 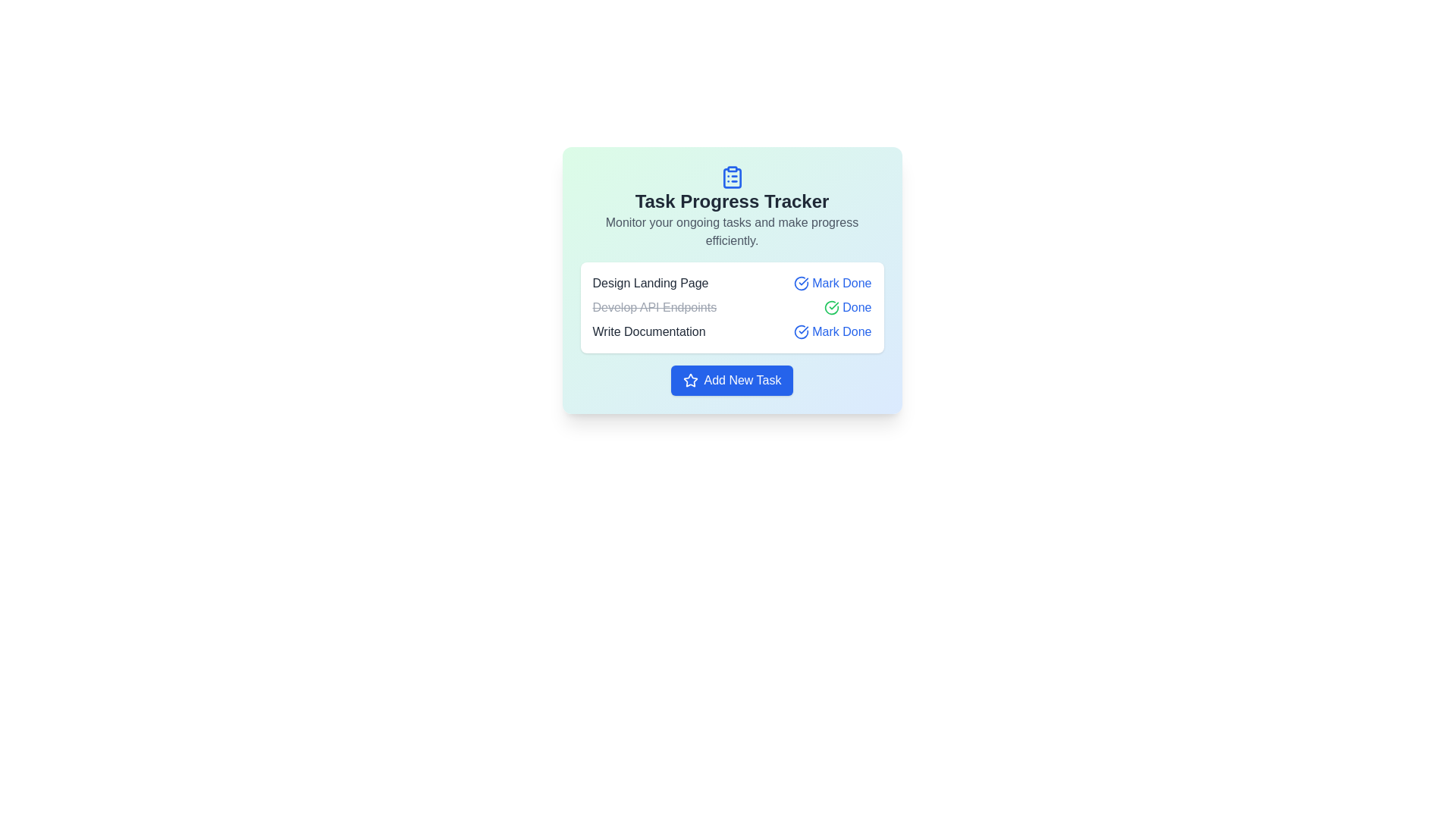 What do you see at coordinates (801, 331) in the screenshot?
I see `the blue checkmark icon that is styled in a modern minimalist style, positioned to the left of the 'Mark Done' text element` at bounding box center [801, 331].